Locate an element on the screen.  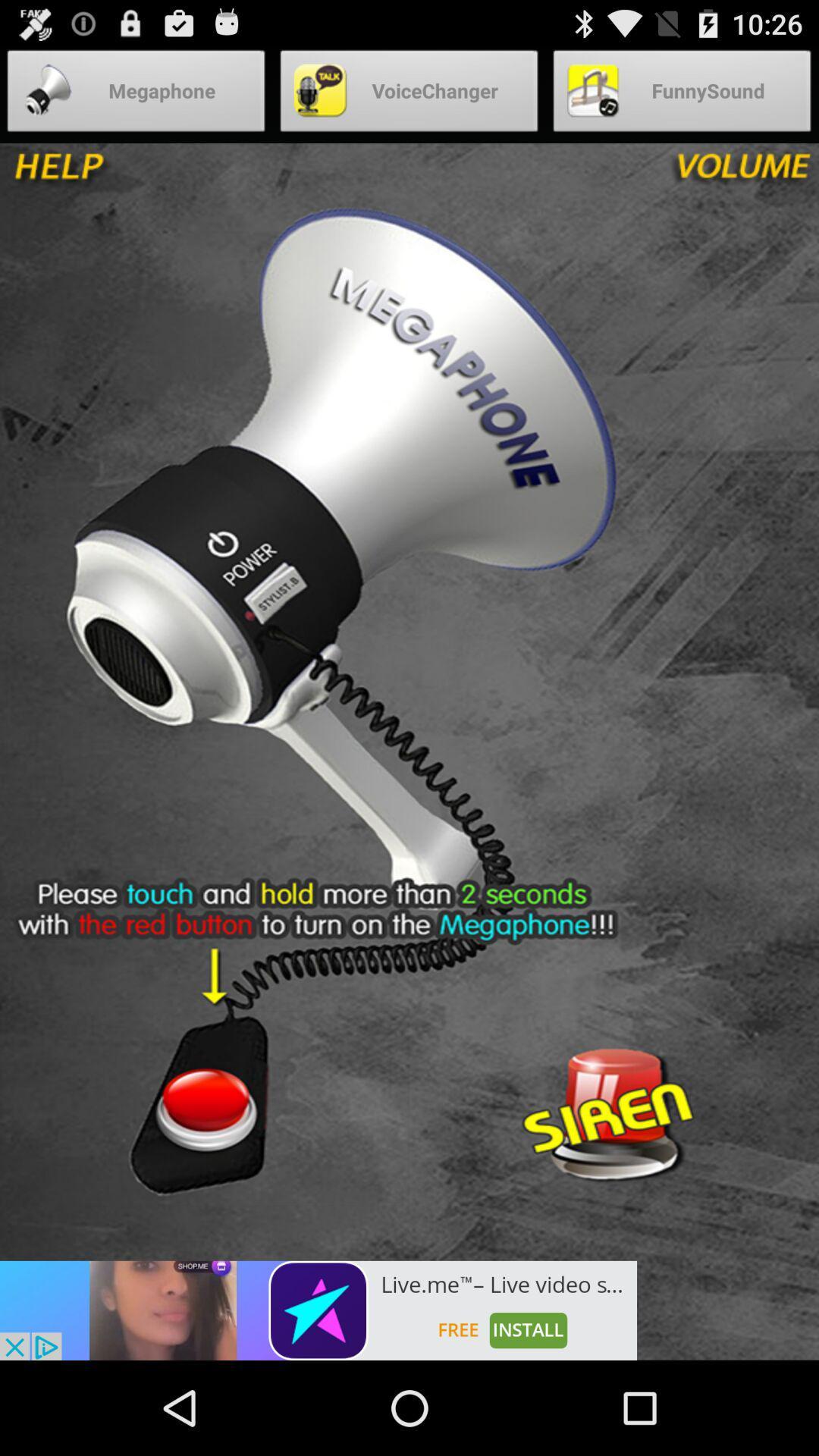
on option is located at coordinates (205, 1108).